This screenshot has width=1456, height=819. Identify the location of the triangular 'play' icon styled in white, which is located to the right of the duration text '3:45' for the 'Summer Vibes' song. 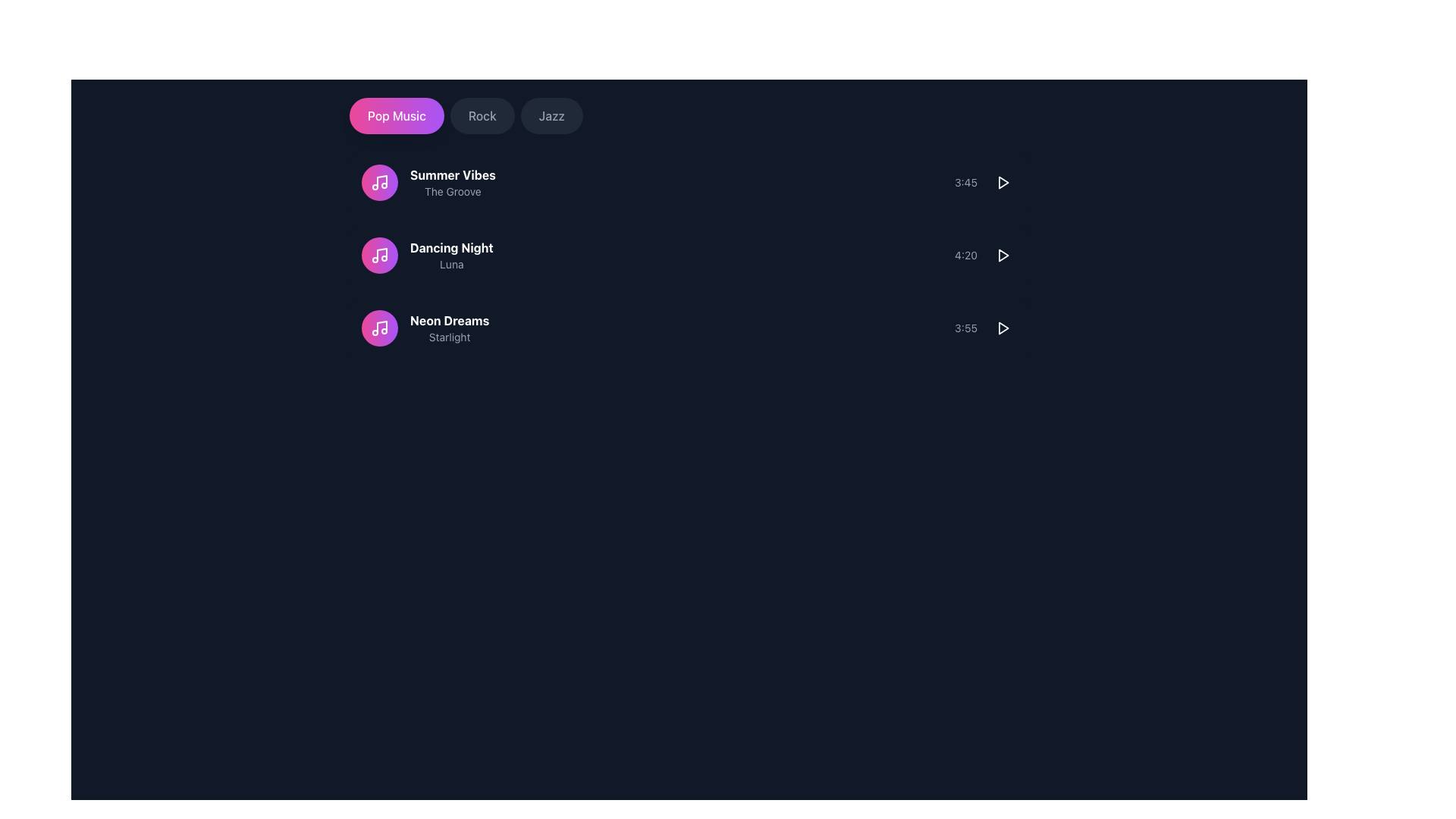
(1003, 181).